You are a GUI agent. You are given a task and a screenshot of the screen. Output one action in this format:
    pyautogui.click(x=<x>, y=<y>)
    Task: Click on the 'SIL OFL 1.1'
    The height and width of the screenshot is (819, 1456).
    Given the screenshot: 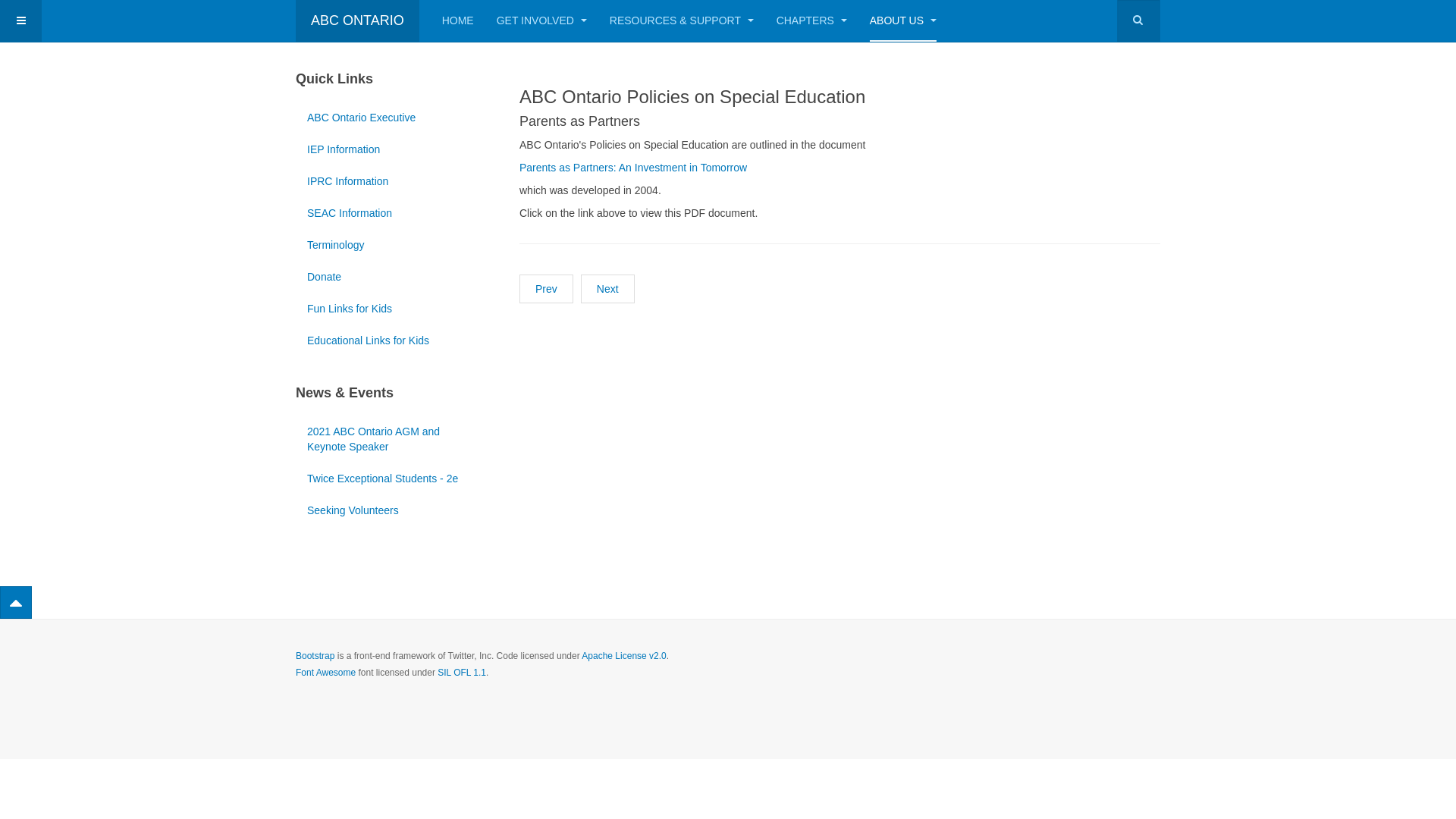 What is the action you would take?
    pyautogui.click(x=461, y=672)
    